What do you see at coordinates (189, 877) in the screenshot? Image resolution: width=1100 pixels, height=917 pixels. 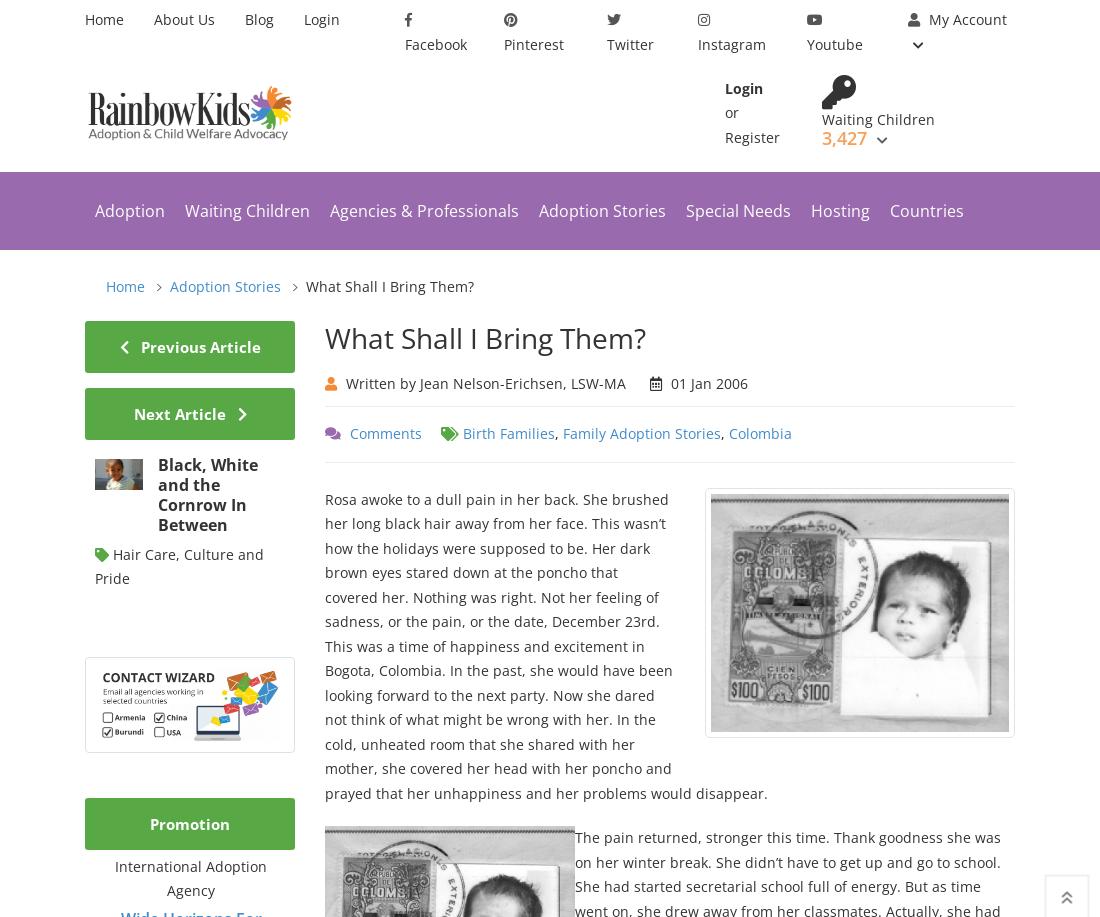 I see `'International Adoption Agency'` at bounding box center [189, 877].